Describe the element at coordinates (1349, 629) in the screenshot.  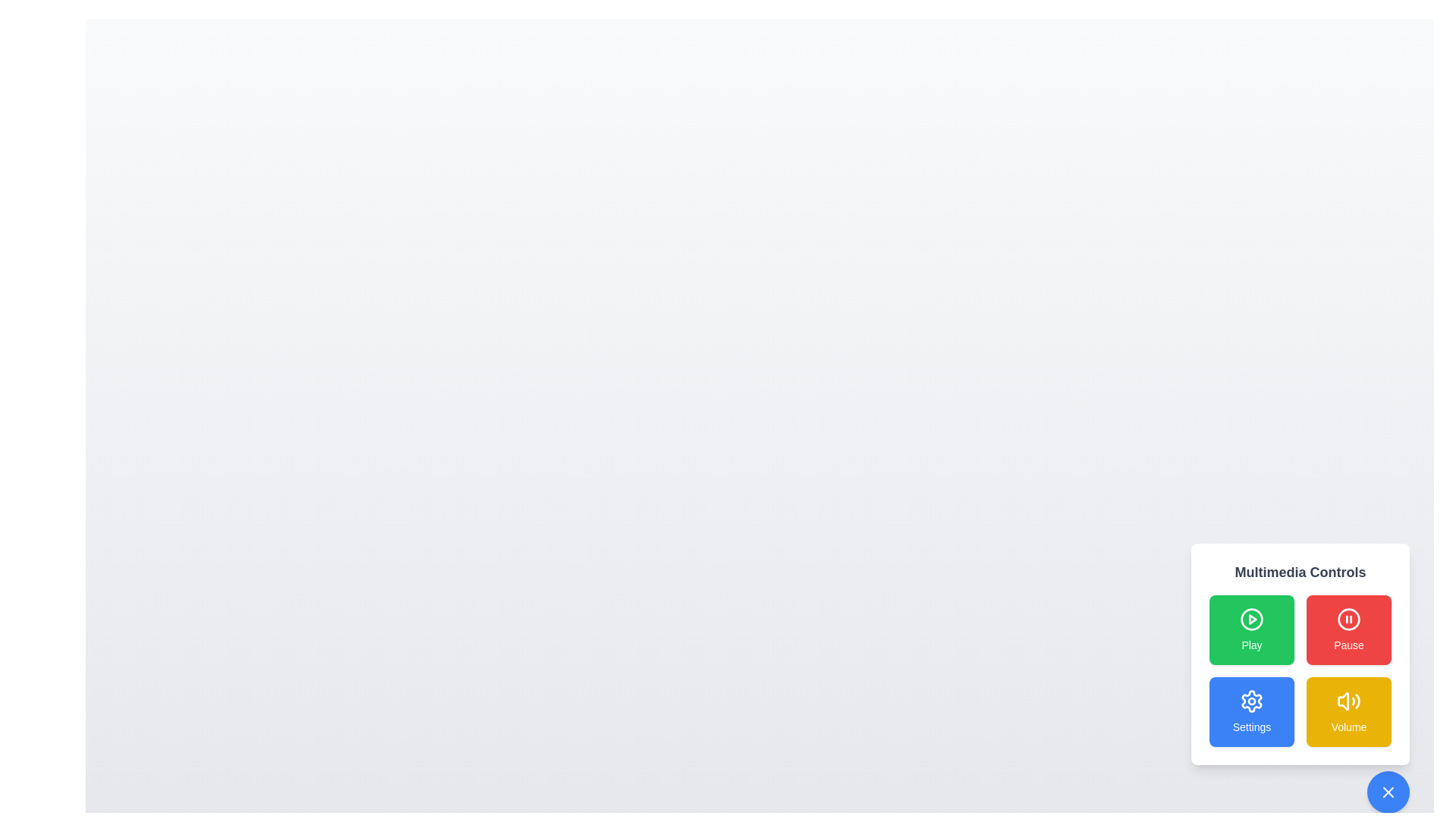
I see `the pause button located in the second column of the first row within the multimedia controls grid` at that location.